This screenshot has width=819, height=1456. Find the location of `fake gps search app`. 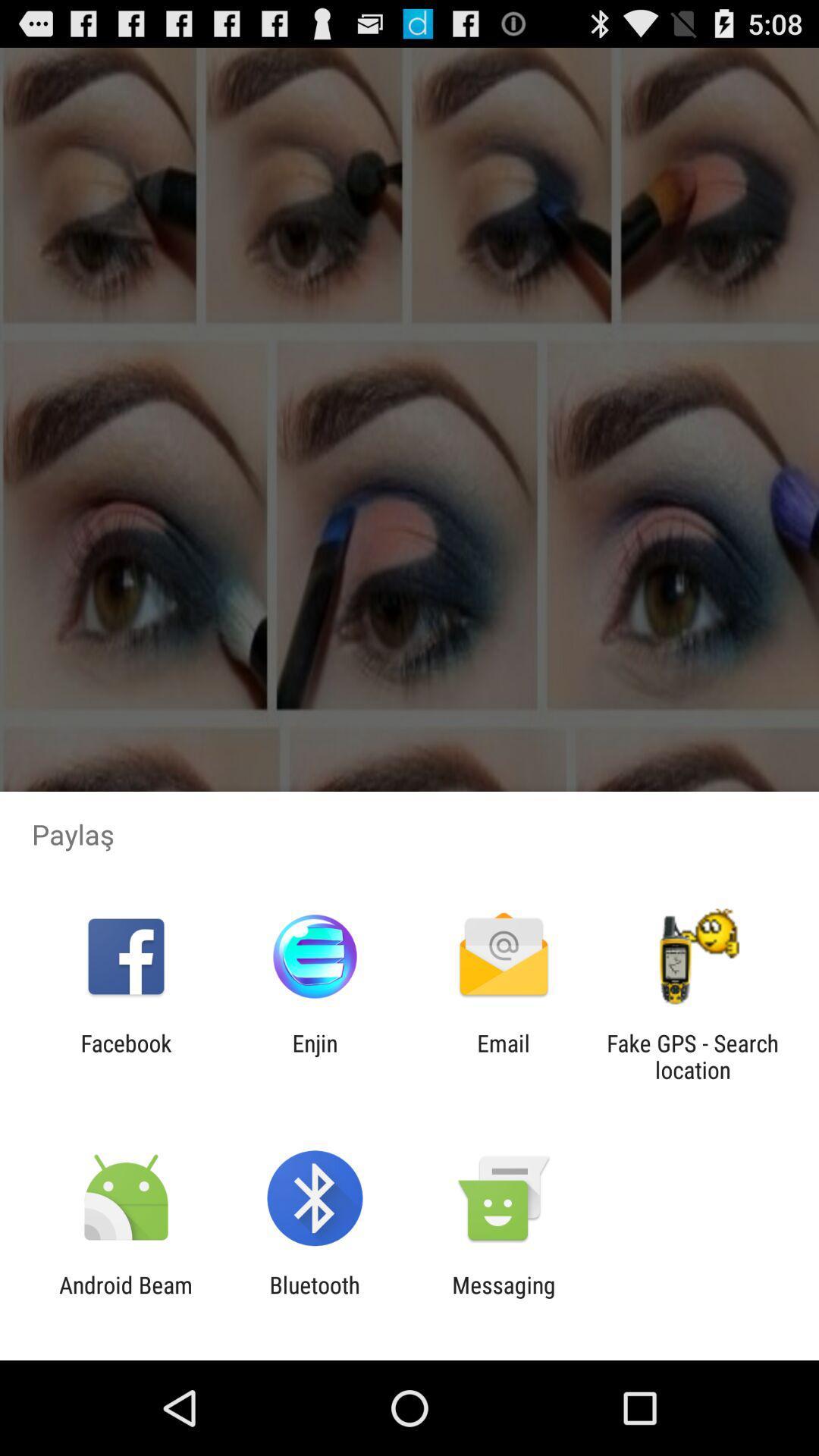

fake gps search app is located at coordinates (692, 1056).